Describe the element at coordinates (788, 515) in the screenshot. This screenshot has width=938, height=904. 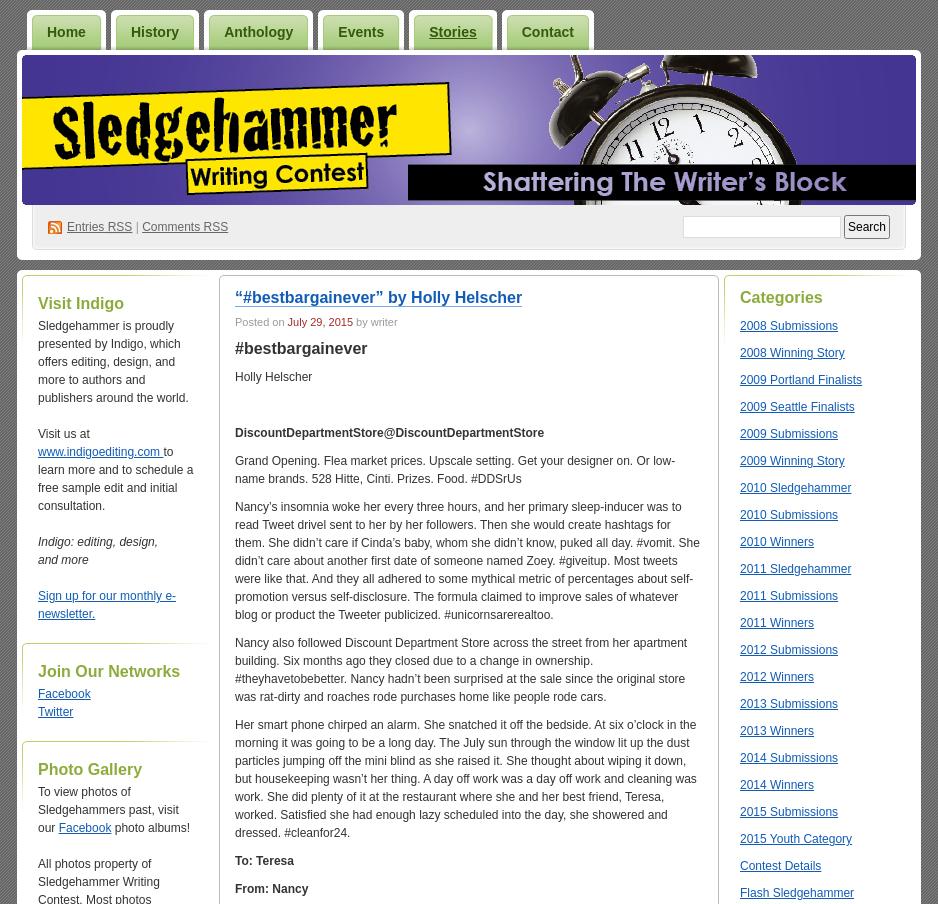
I see `'2010 Submissions'` at that location.